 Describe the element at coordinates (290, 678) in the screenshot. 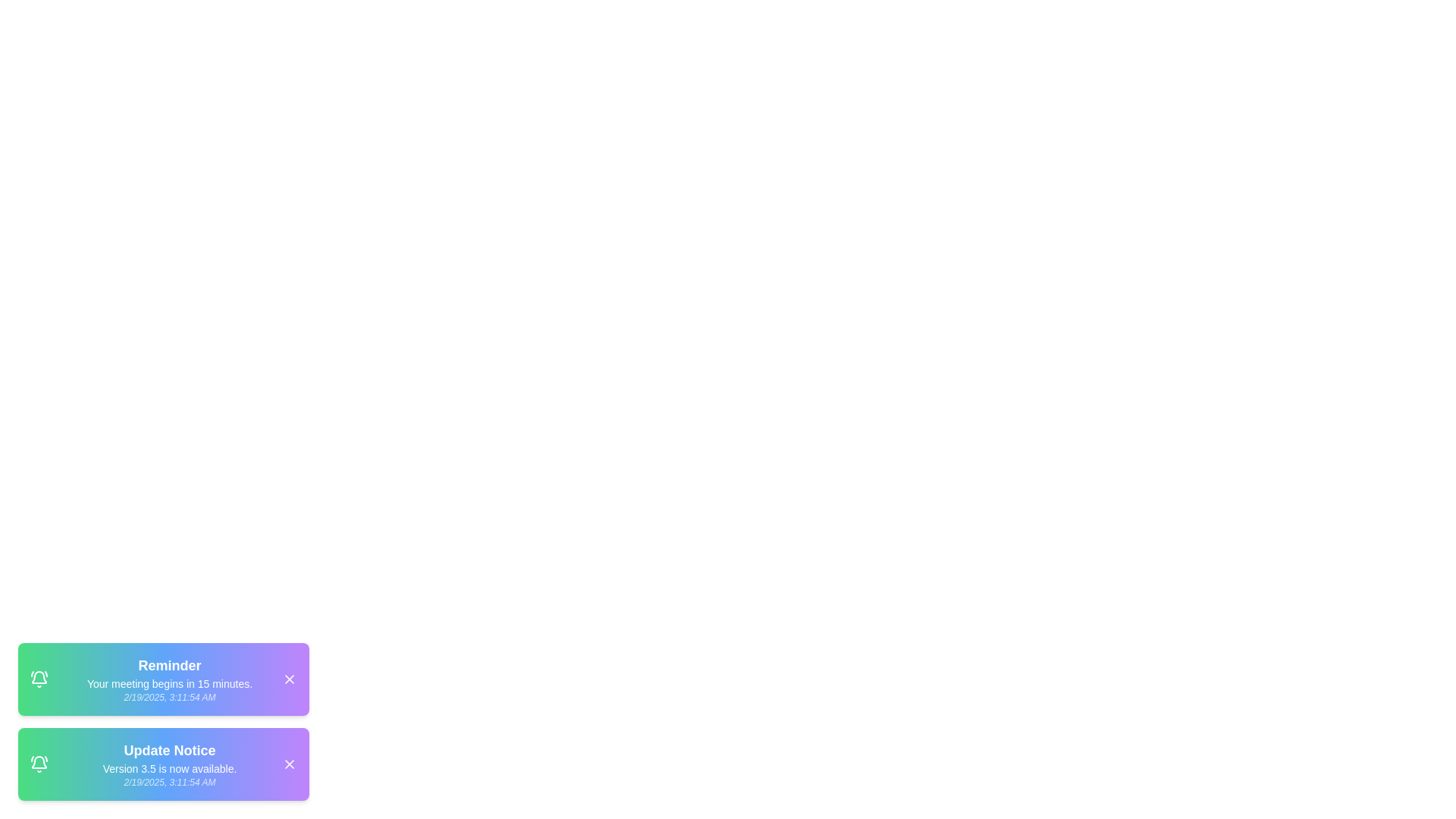

I see `the close button of the notification to dismiss it` at that location.